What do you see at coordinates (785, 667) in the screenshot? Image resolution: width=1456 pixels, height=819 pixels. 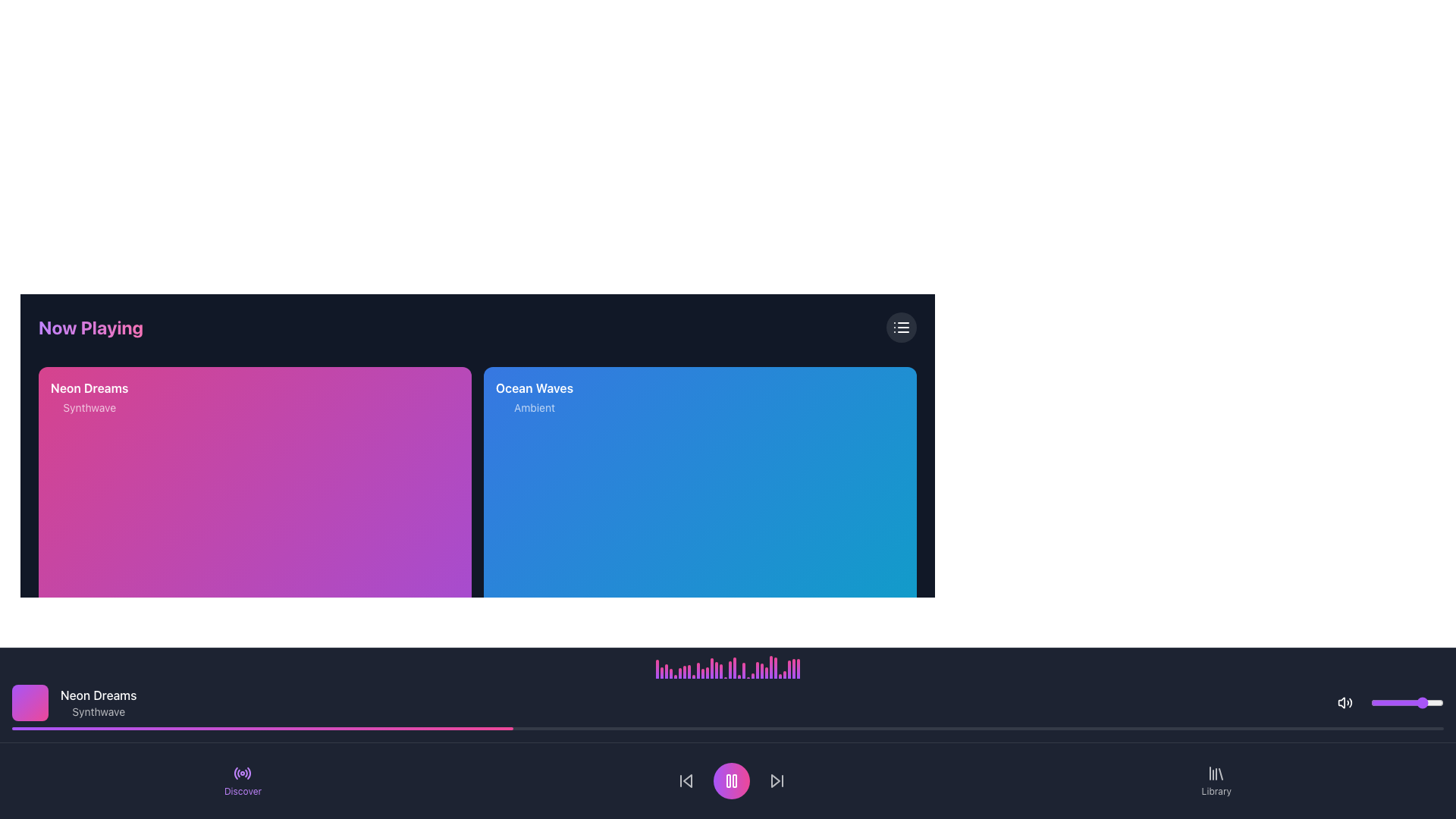 I see `the 28th vertical bar in the visualization component located near the bottom-center of the interface` at bounding box center [785, 667].